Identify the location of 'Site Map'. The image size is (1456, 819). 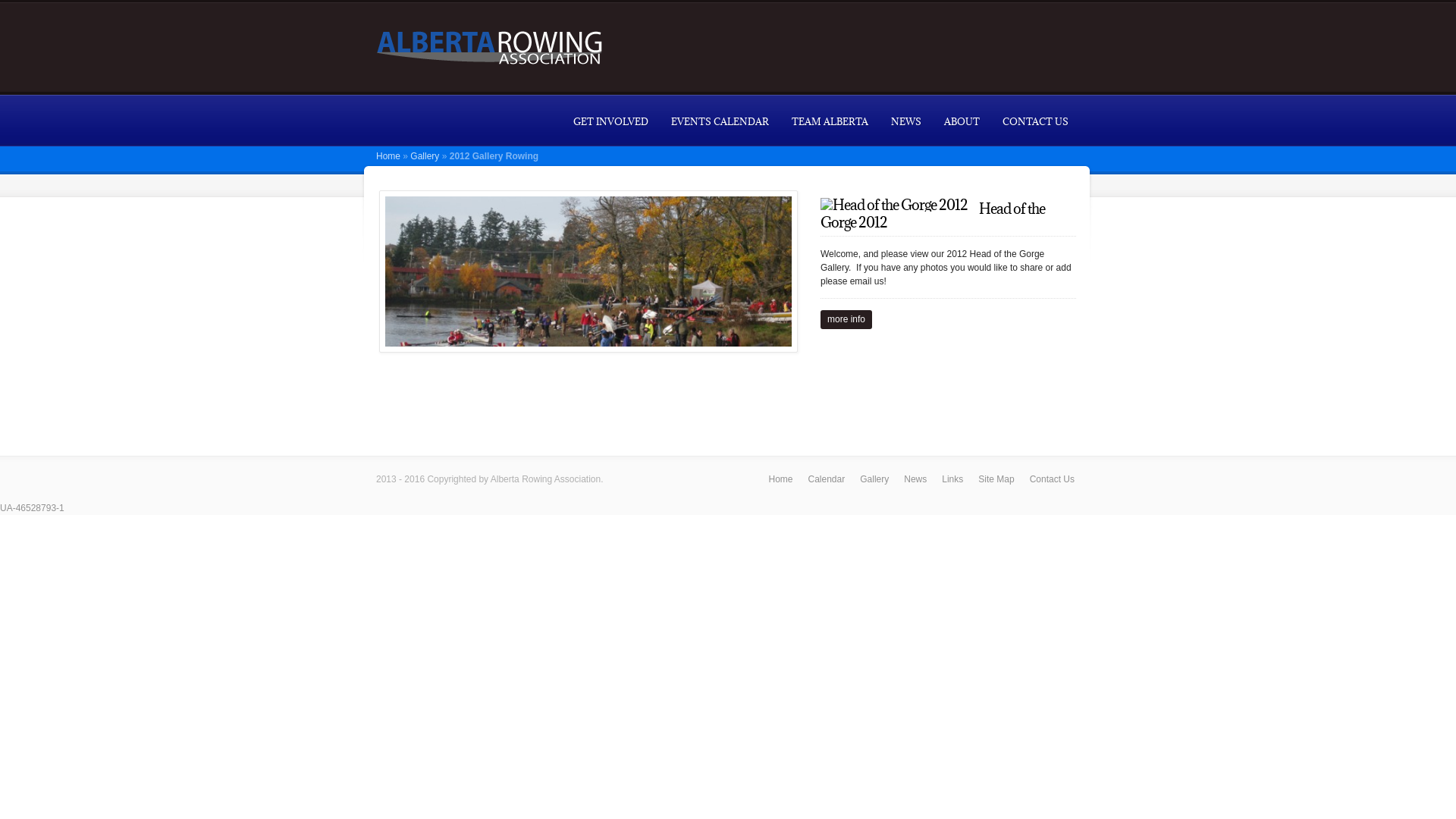
(996, 479).